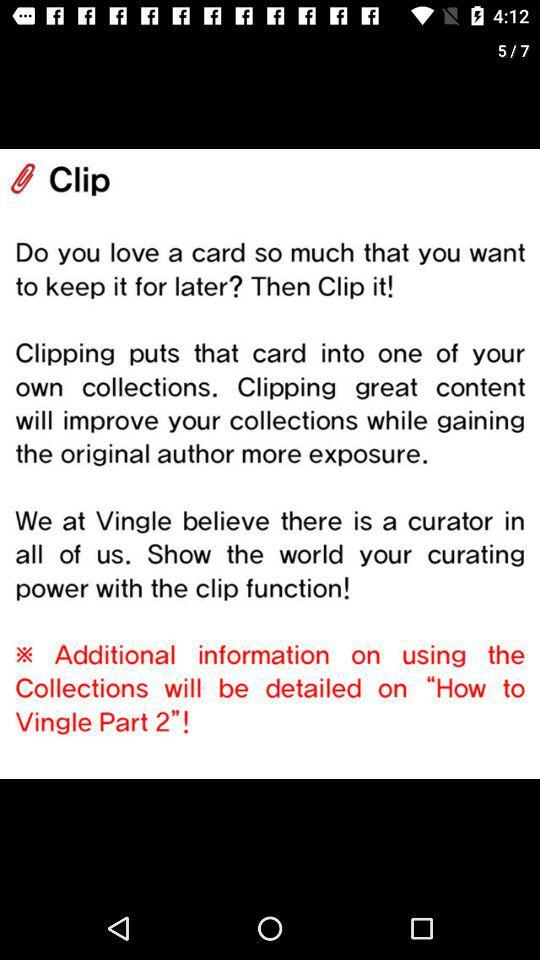 The height and width of the screenshot is (960, 540). I want to click on the icon at the center, so click(270, 464).